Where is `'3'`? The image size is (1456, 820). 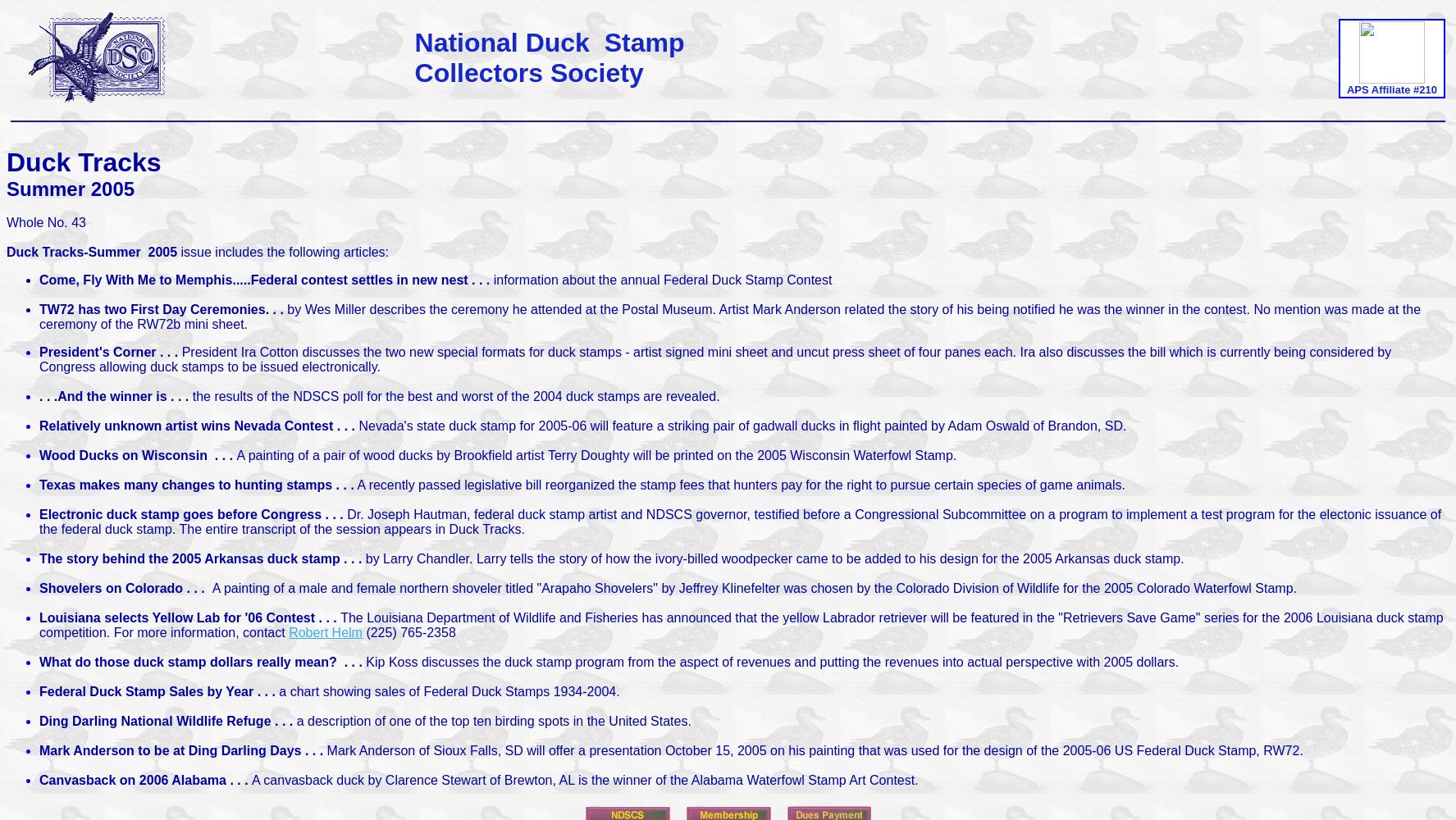 '3' is located at coordinates (81, 222).